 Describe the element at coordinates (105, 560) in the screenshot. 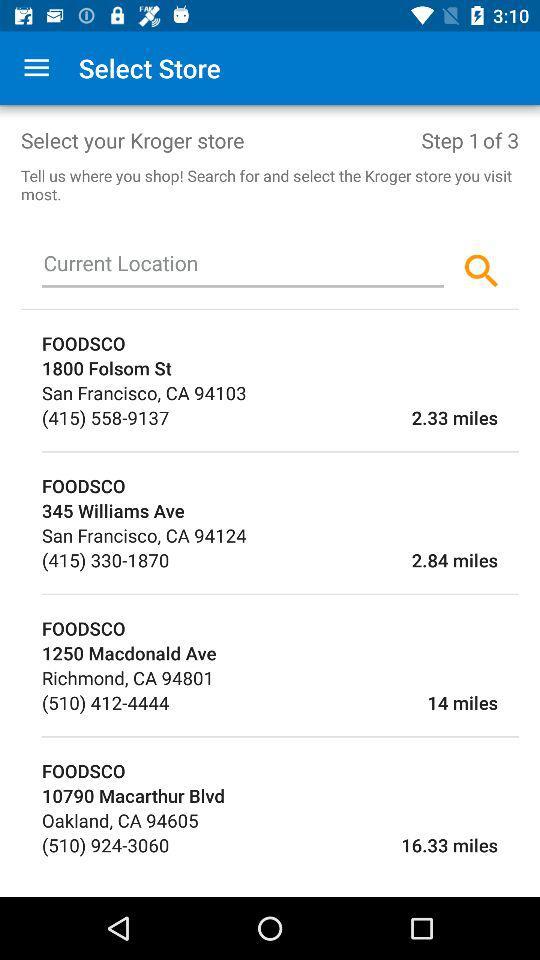

I see `the (415) 330-1870 icon` at that location.